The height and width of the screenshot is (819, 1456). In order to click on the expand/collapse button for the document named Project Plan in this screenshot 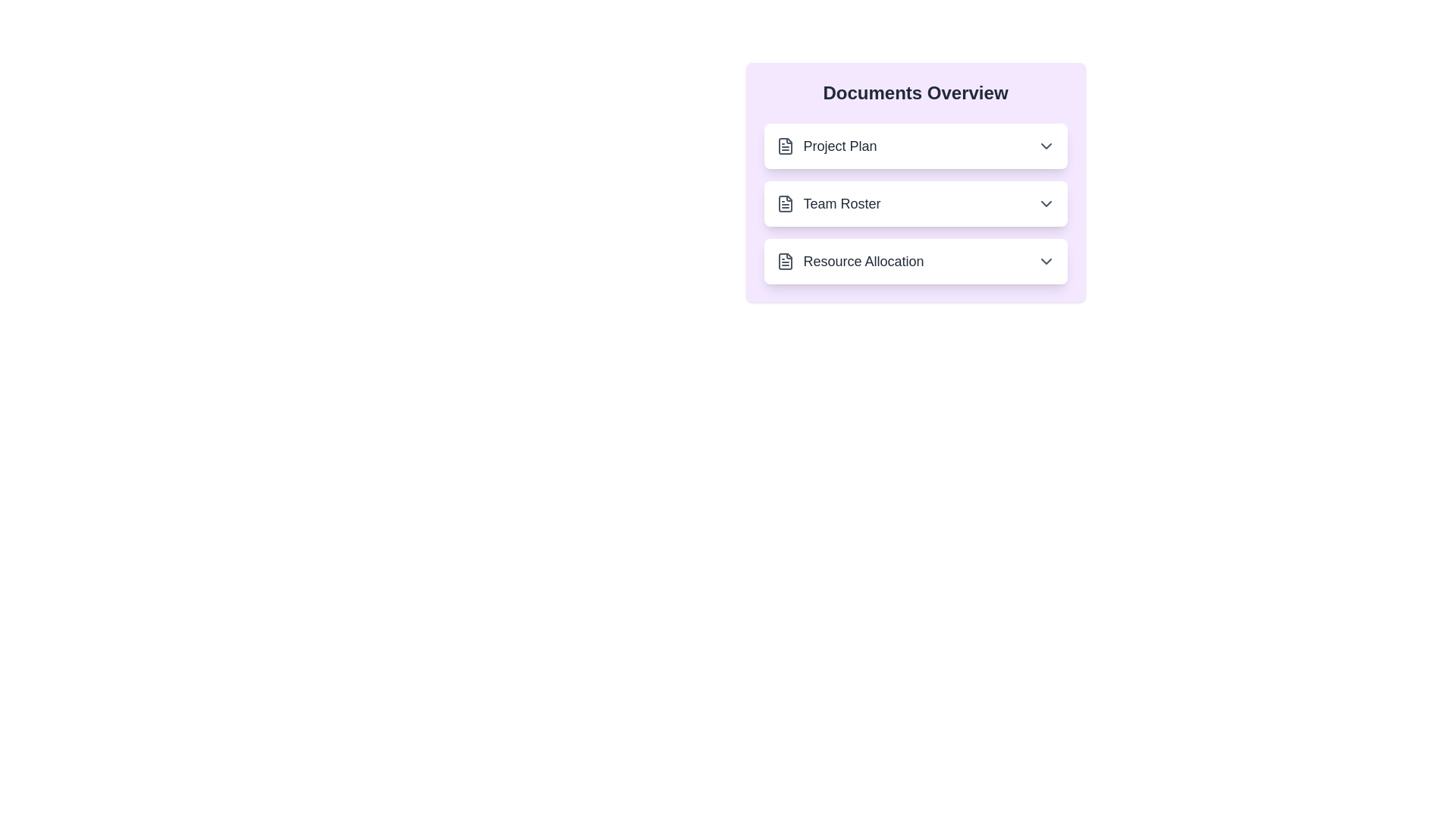, I will do `click(1045, 146)`.